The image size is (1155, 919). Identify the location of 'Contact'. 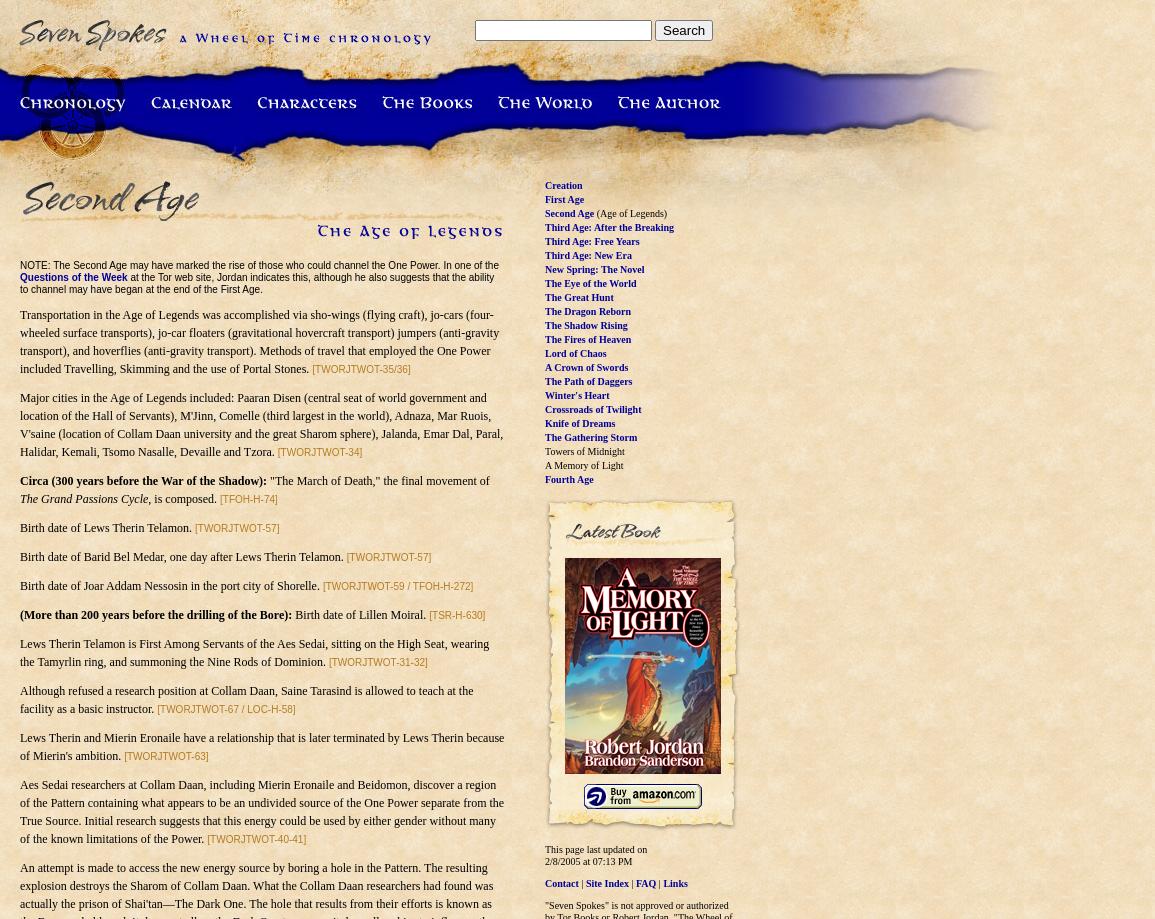
(544, 882).